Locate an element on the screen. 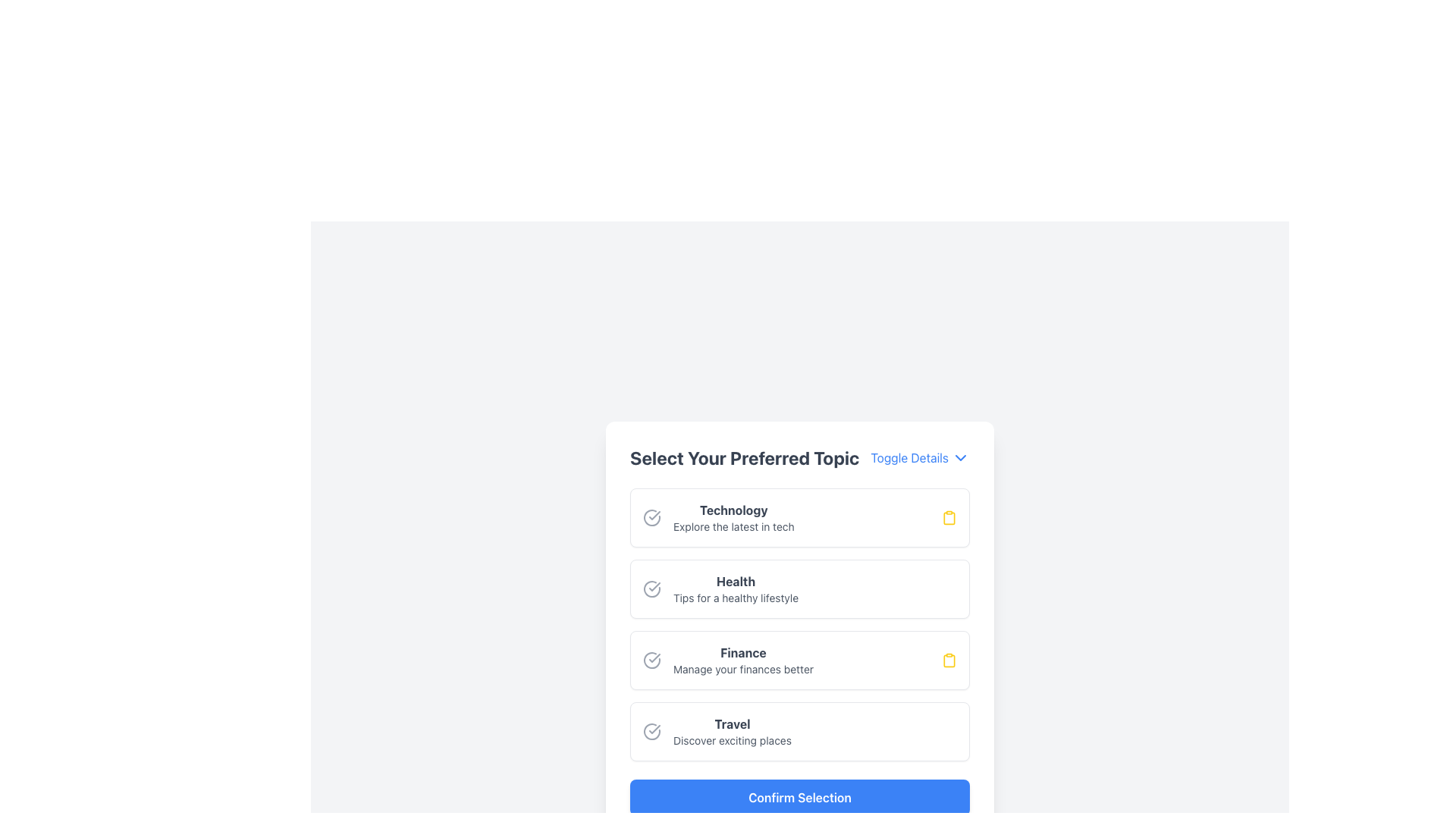  the selectable category option labeled 'Health' within the second card of the 'Select Your Preferred Topic' section is located at coordinates (720, 588).